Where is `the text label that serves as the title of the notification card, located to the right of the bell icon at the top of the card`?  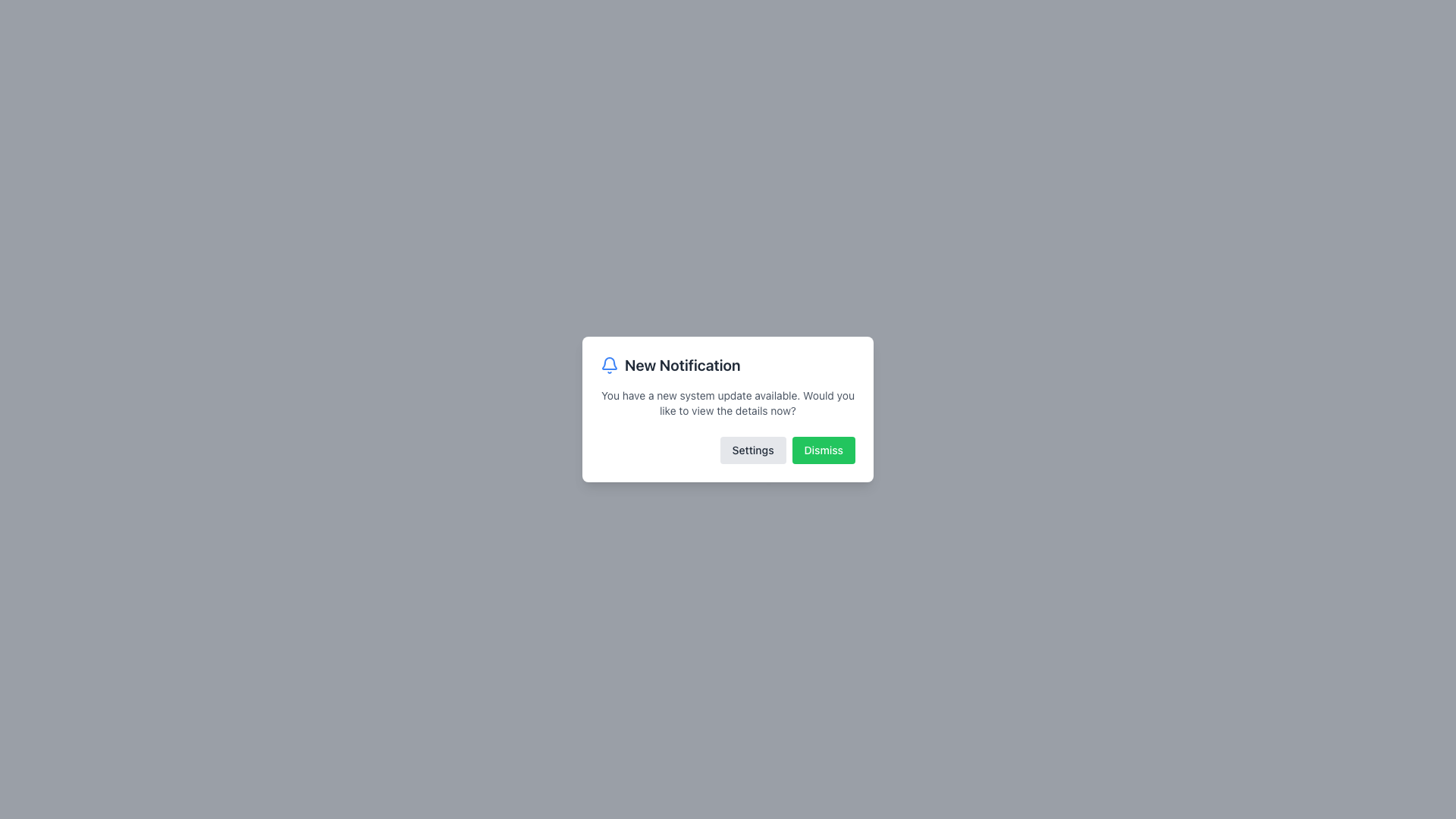
the text label that serves as the title of the notification card, located to the right of the bell icon at the top of the card is located at coordinates (682, 366).